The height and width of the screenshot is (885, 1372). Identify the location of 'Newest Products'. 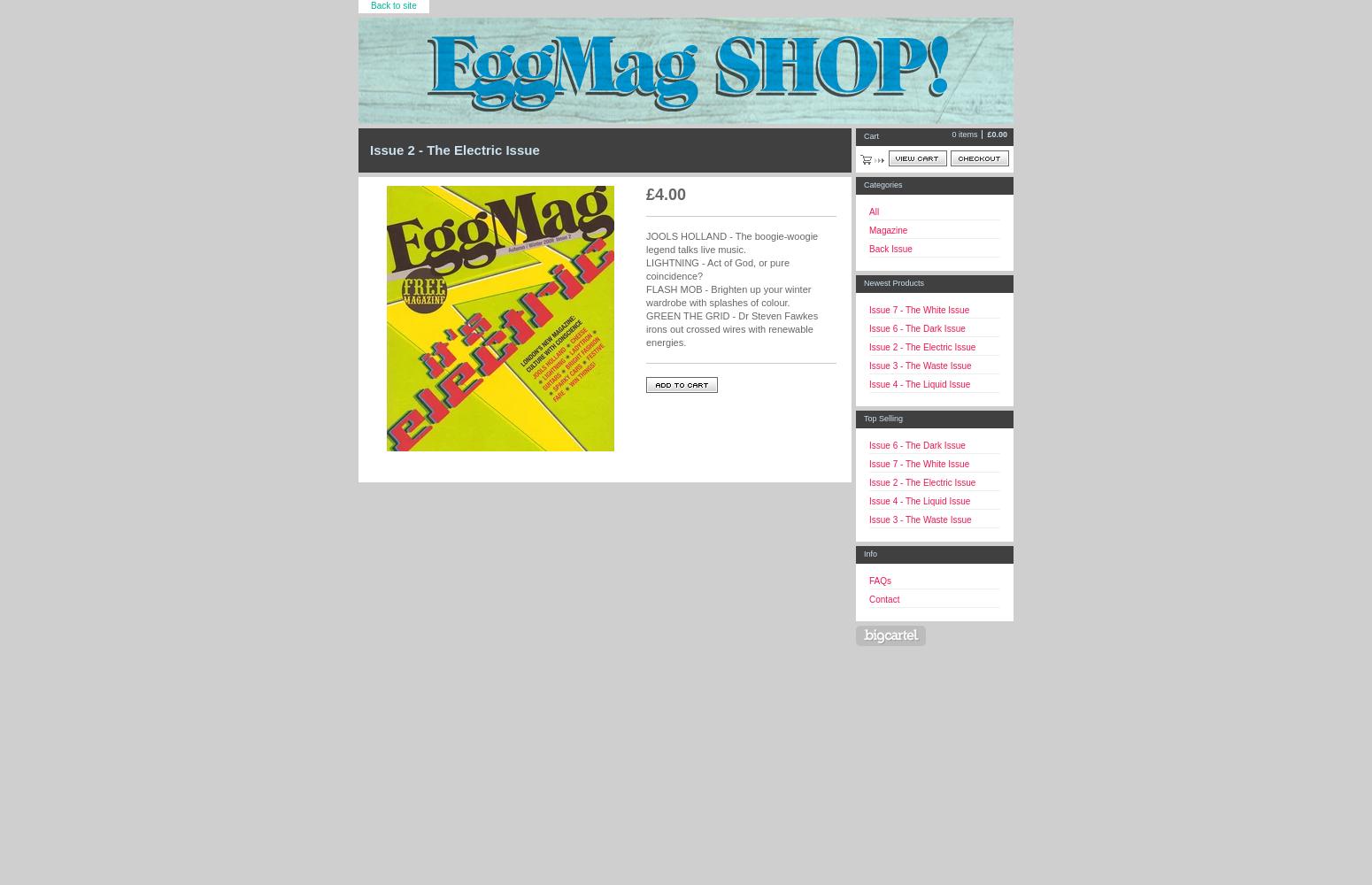
(893, 282).